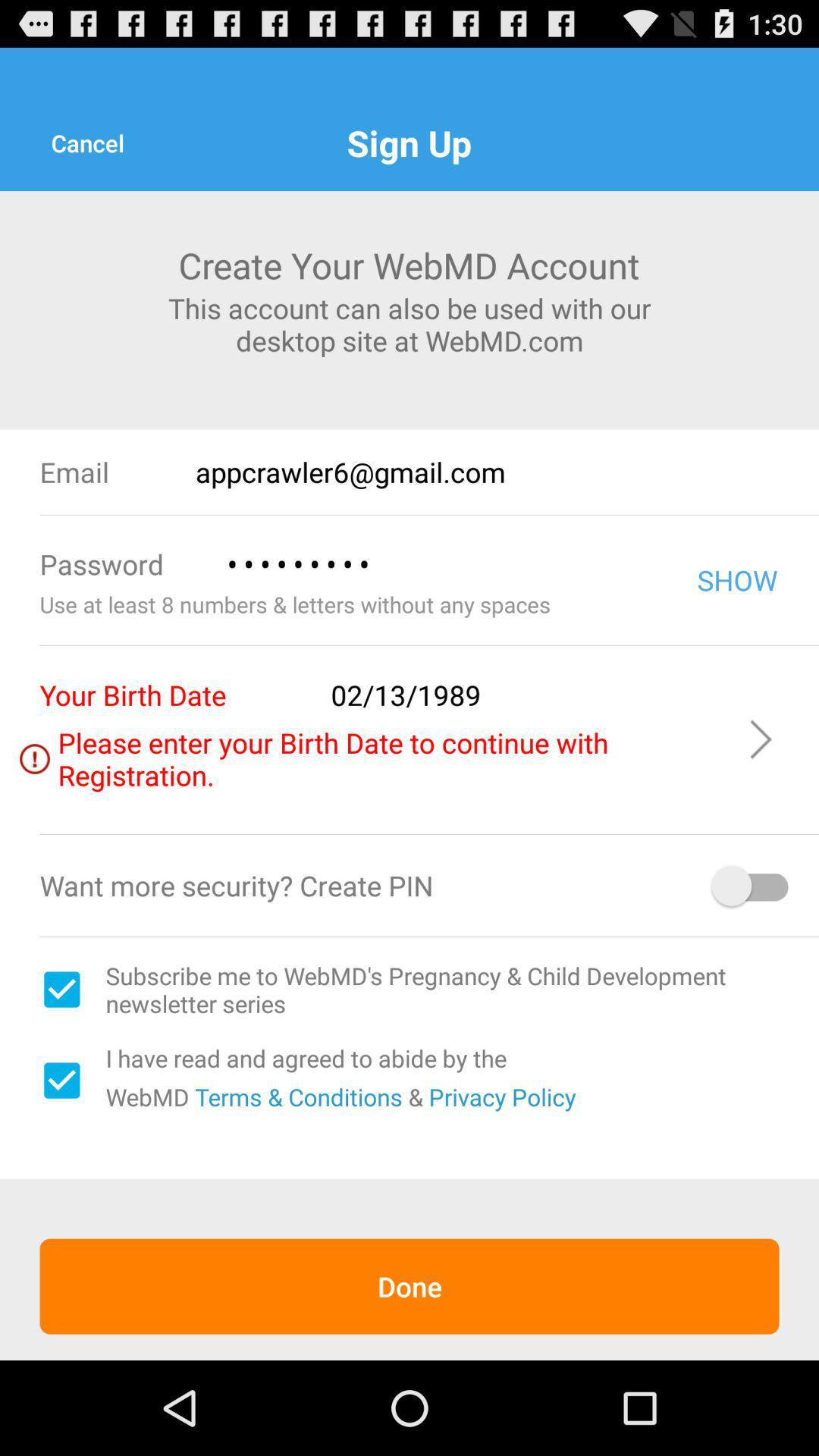 This screenshot has width=819, height=1456. I want to click on item to the right of the password, so click(439, 563).